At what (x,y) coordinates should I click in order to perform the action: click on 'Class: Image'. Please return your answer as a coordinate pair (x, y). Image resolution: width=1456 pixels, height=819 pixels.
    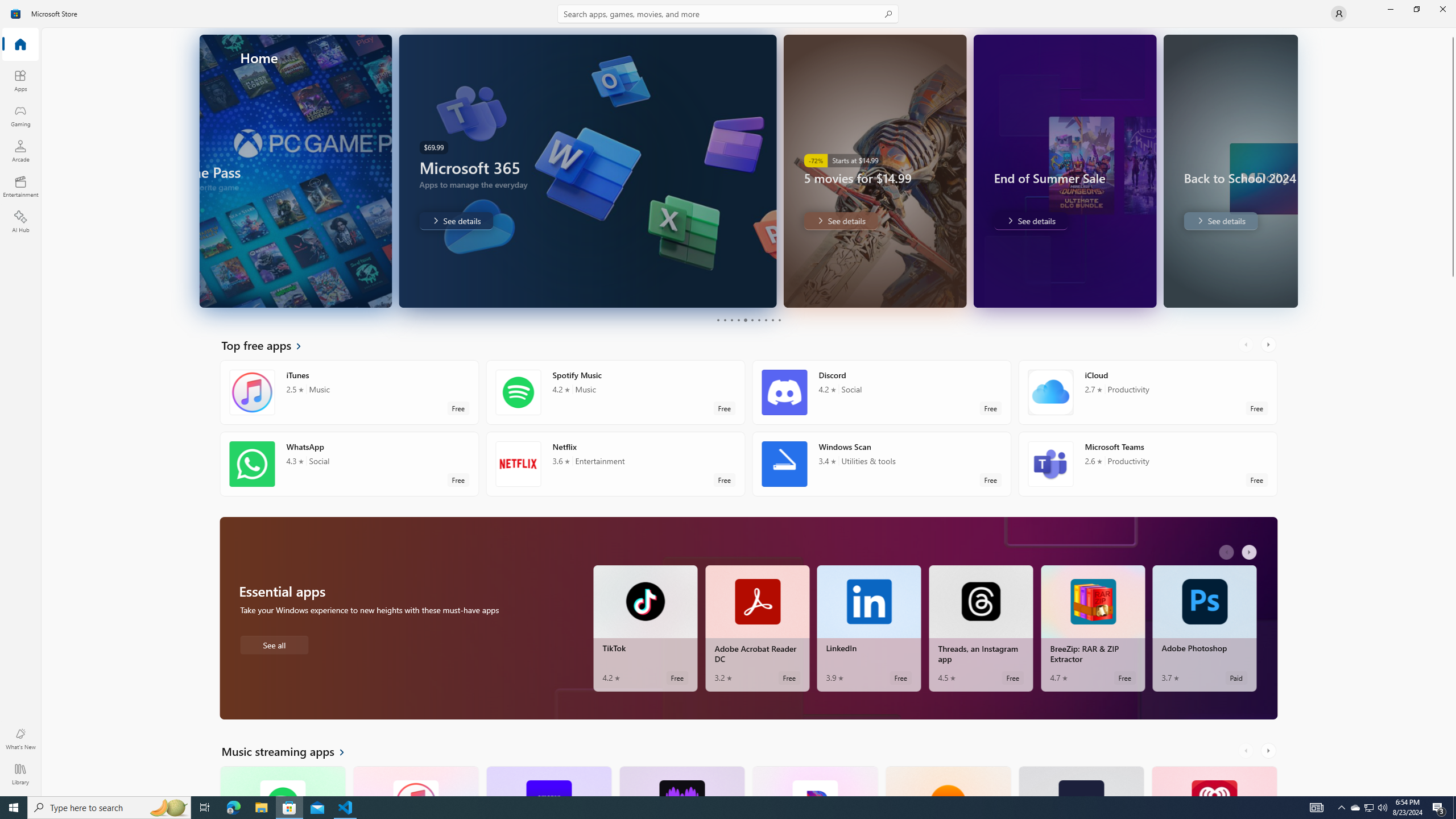
    Looking at the image, I should click on (16, 13).